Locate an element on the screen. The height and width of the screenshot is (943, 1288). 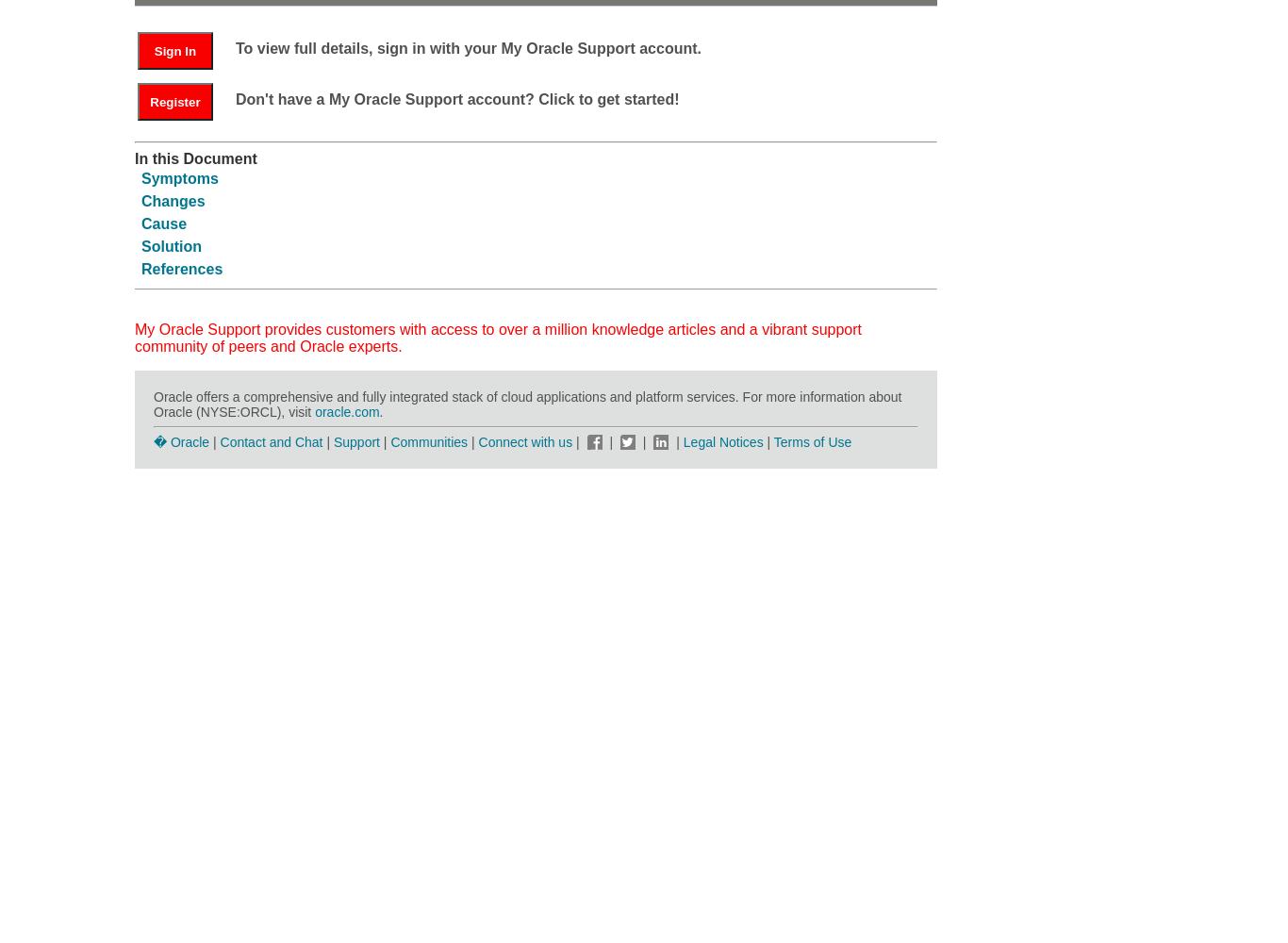
'oracle.com' is located at coordinates (314, 411).